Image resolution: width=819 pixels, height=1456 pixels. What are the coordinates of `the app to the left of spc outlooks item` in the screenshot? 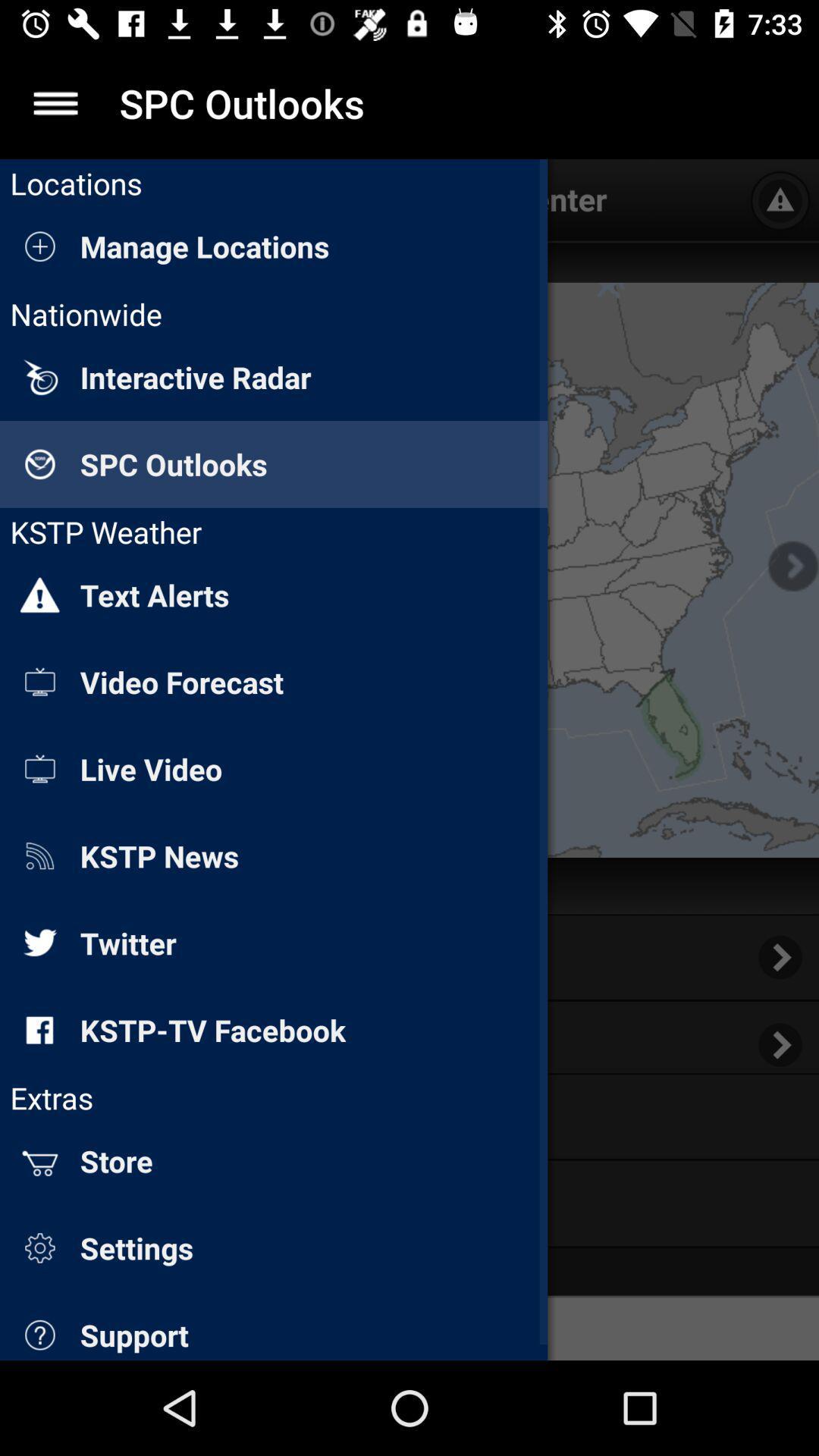 It's located at (55, 102).